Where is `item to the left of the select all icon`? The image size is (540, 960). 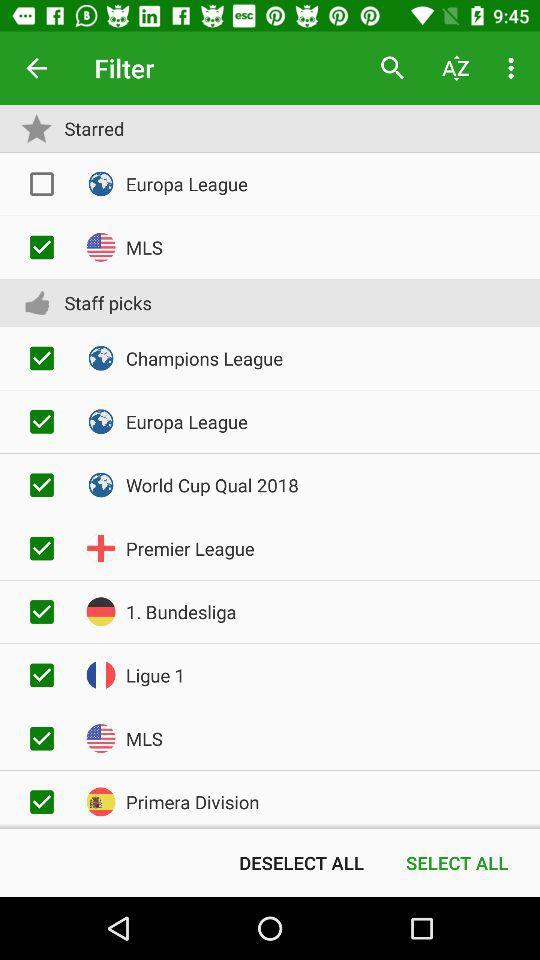 item to the left of the select all icon is located at coordinates (300, 861).